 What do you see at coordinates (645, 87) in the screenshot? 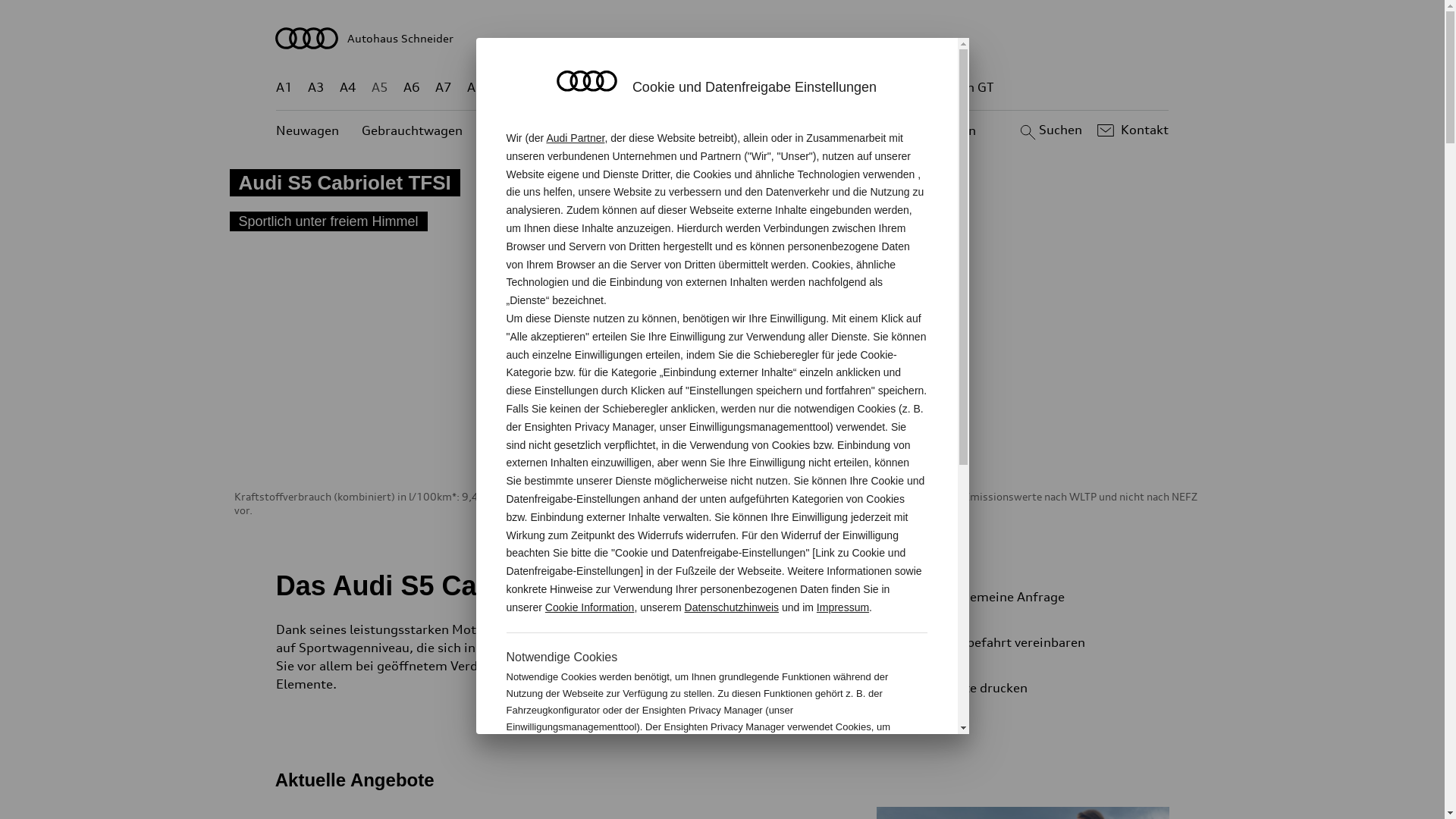
I see `'Q5'` at bounding box center [645, 87].